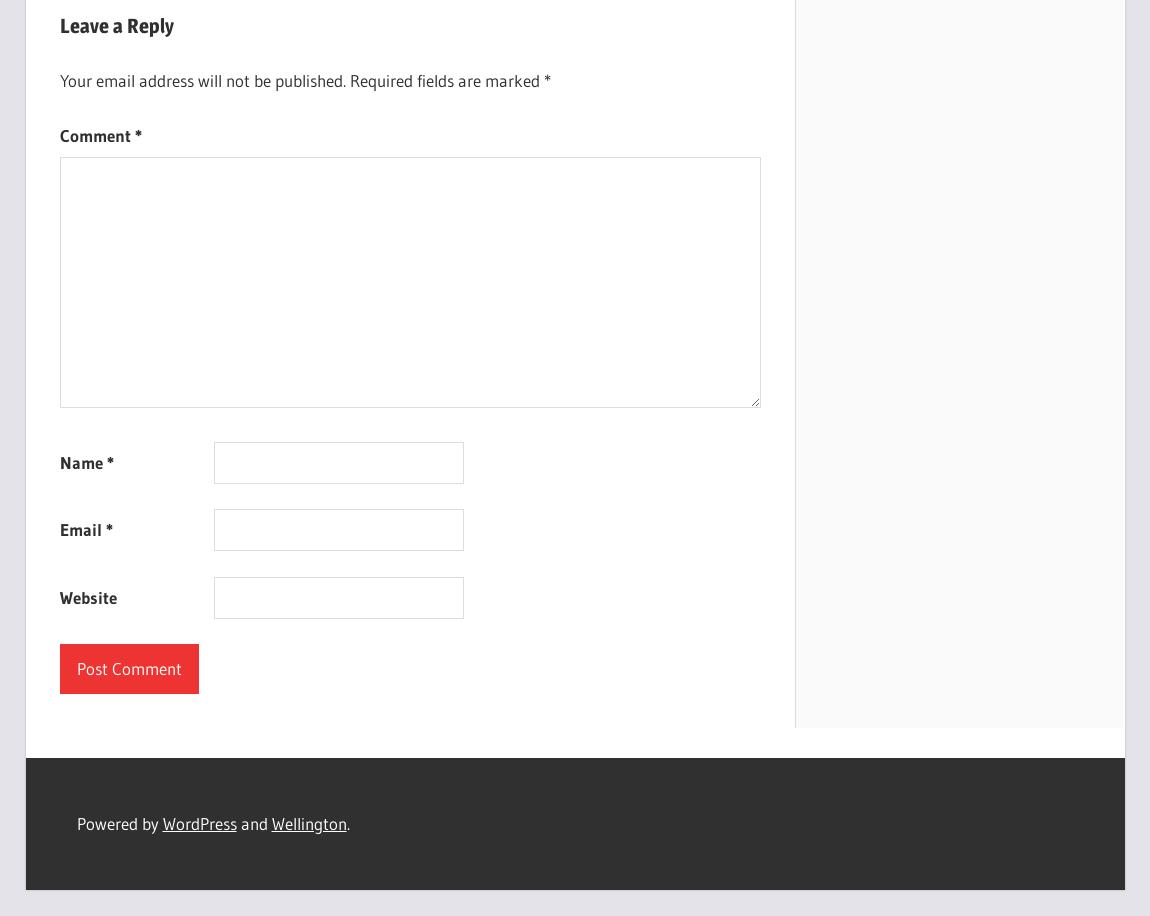 The height and width of the screenshot is (916, 1150). What do you see at coordinates (115, 26) in the screenshot?
I see `'Leave a Reply'` at bounding box center [115, 26].